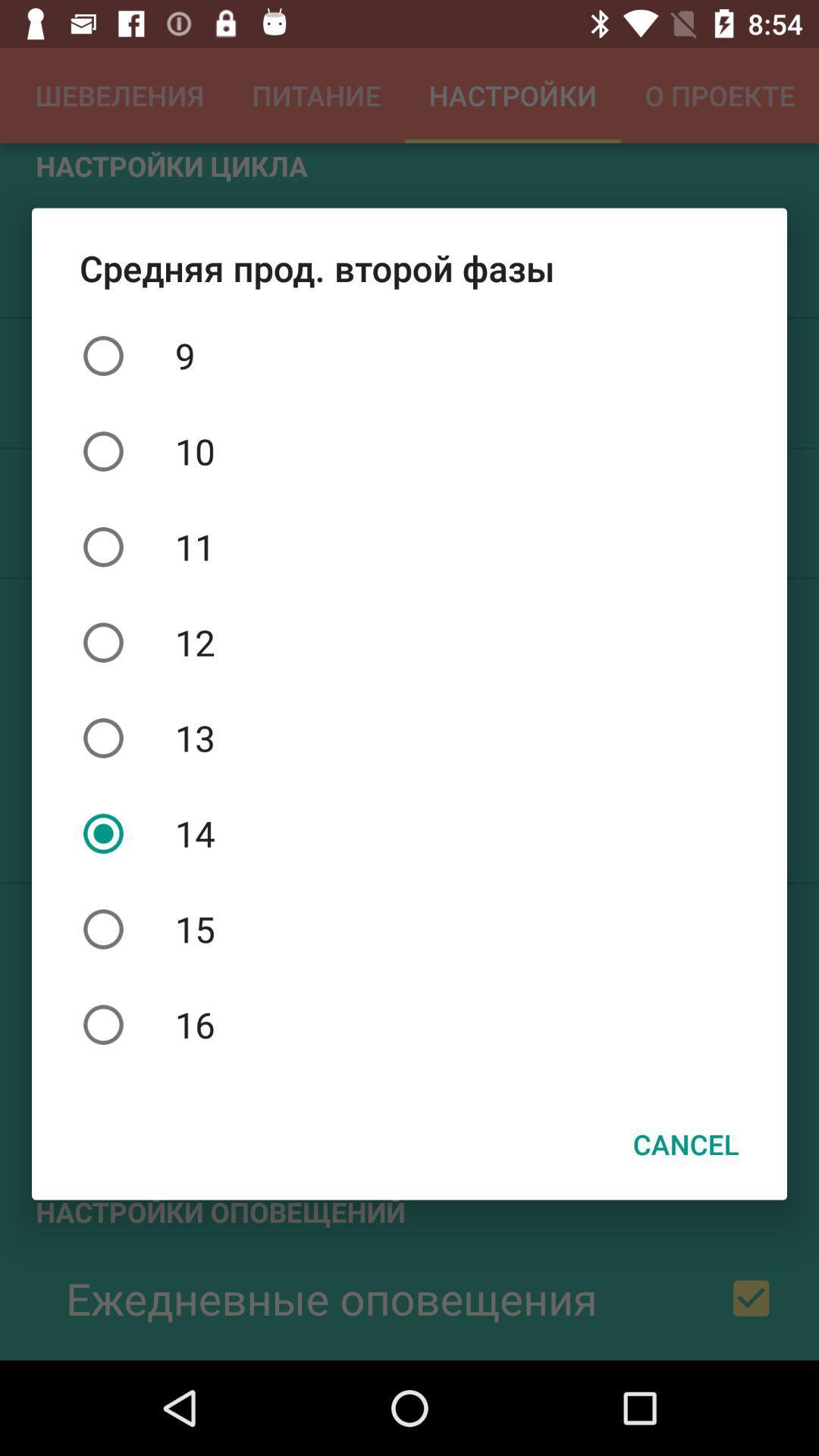  Describe the element at coordinates (409, 642) in the screenshot. I see `the 12 item` at that location.